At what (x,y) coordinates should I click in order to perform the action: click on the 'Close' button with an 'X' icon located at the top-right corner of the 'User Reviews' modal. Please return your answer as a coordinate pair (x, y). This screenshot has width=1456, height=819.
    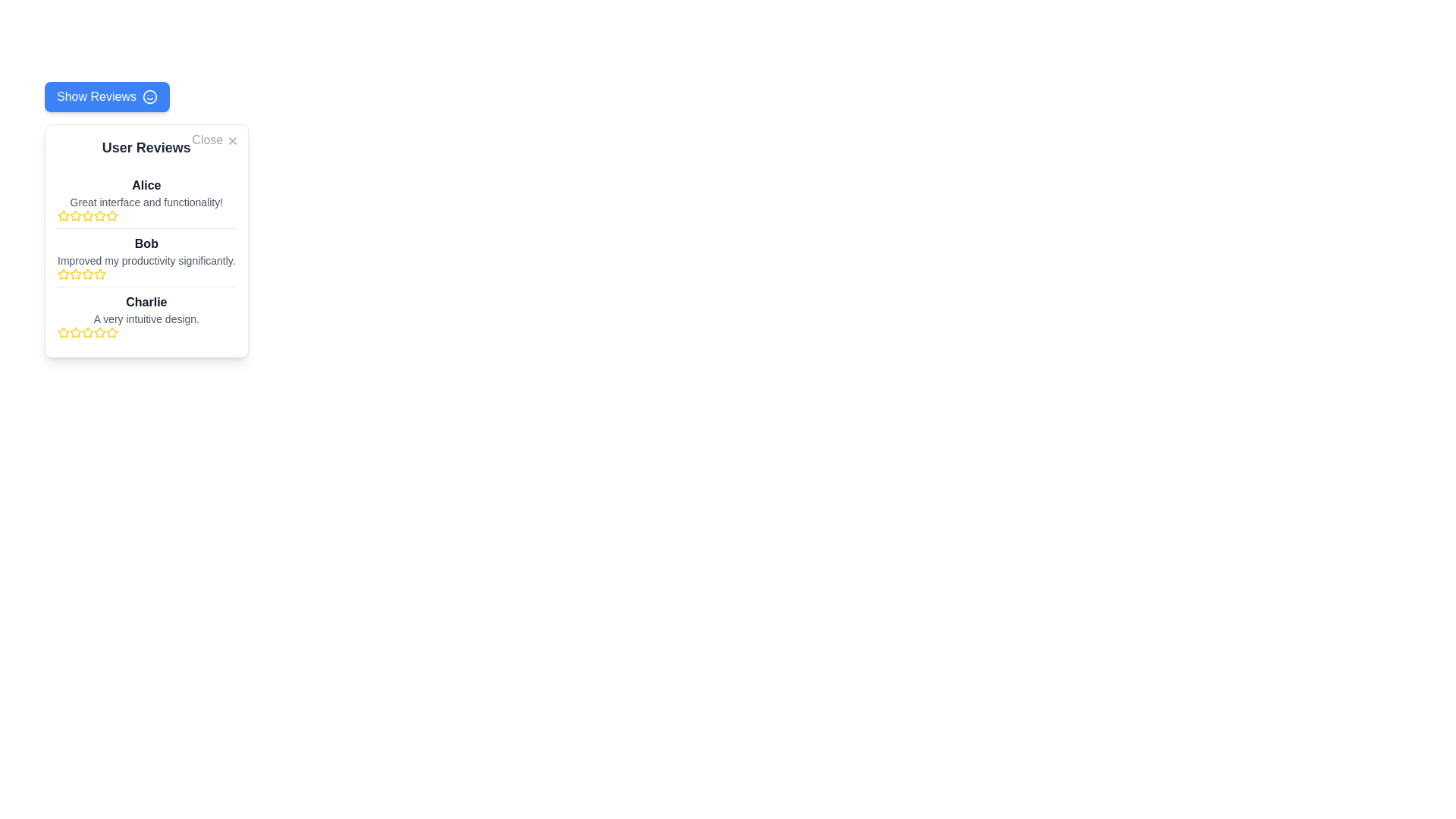
    Looking at the image, I should click on (214, 140).